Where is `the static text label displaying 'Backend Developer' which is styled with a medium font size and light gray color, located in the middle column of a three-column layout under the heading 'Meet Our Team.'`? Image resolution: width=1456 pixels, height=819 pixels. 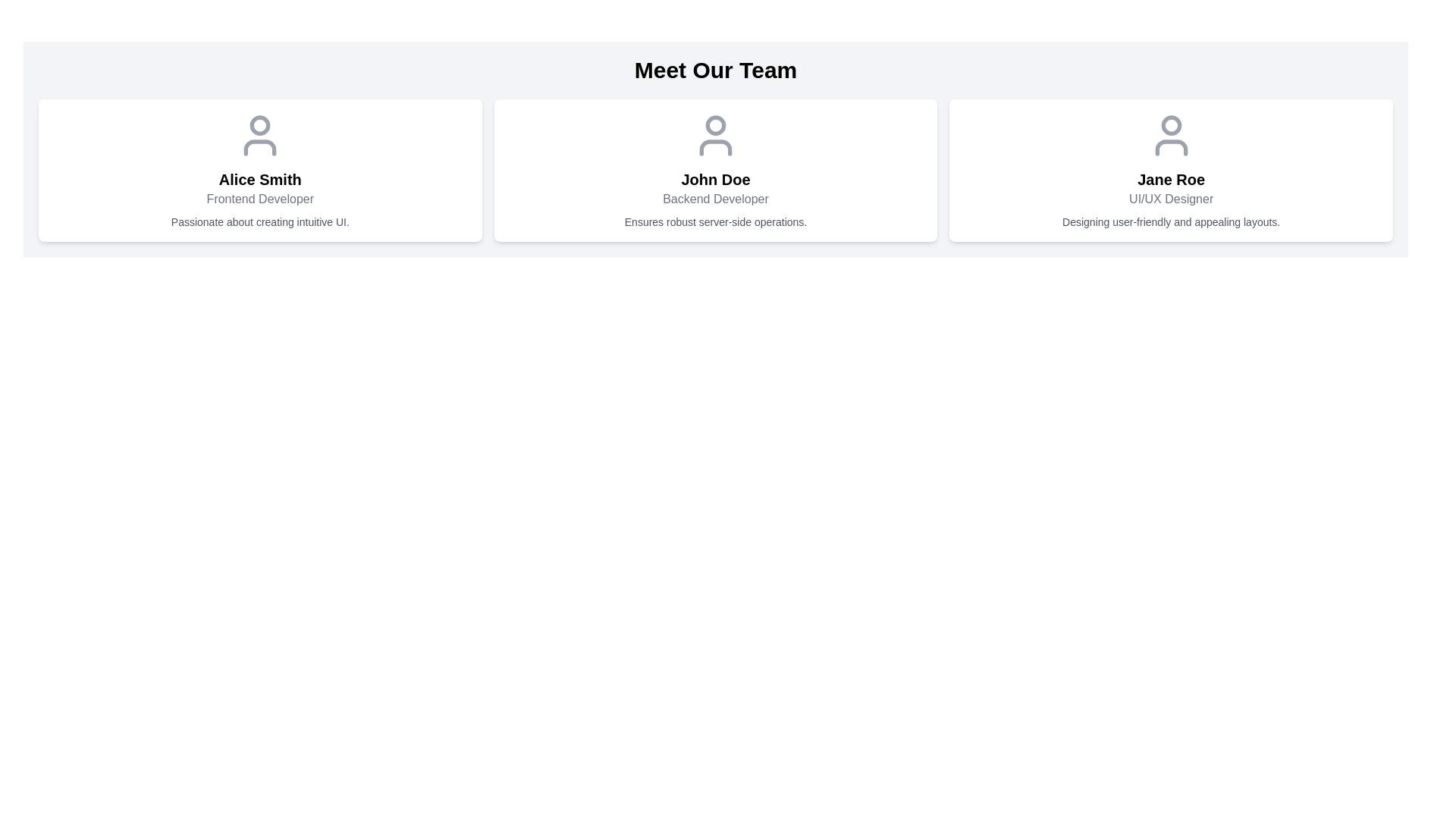
the static text label displaying 'Backend Developer' which is styled with a medium font size and light gray color, located in the middle column of a three-column layout under the heading 'Meet Our Team.' is located at coordinates (715, 198).